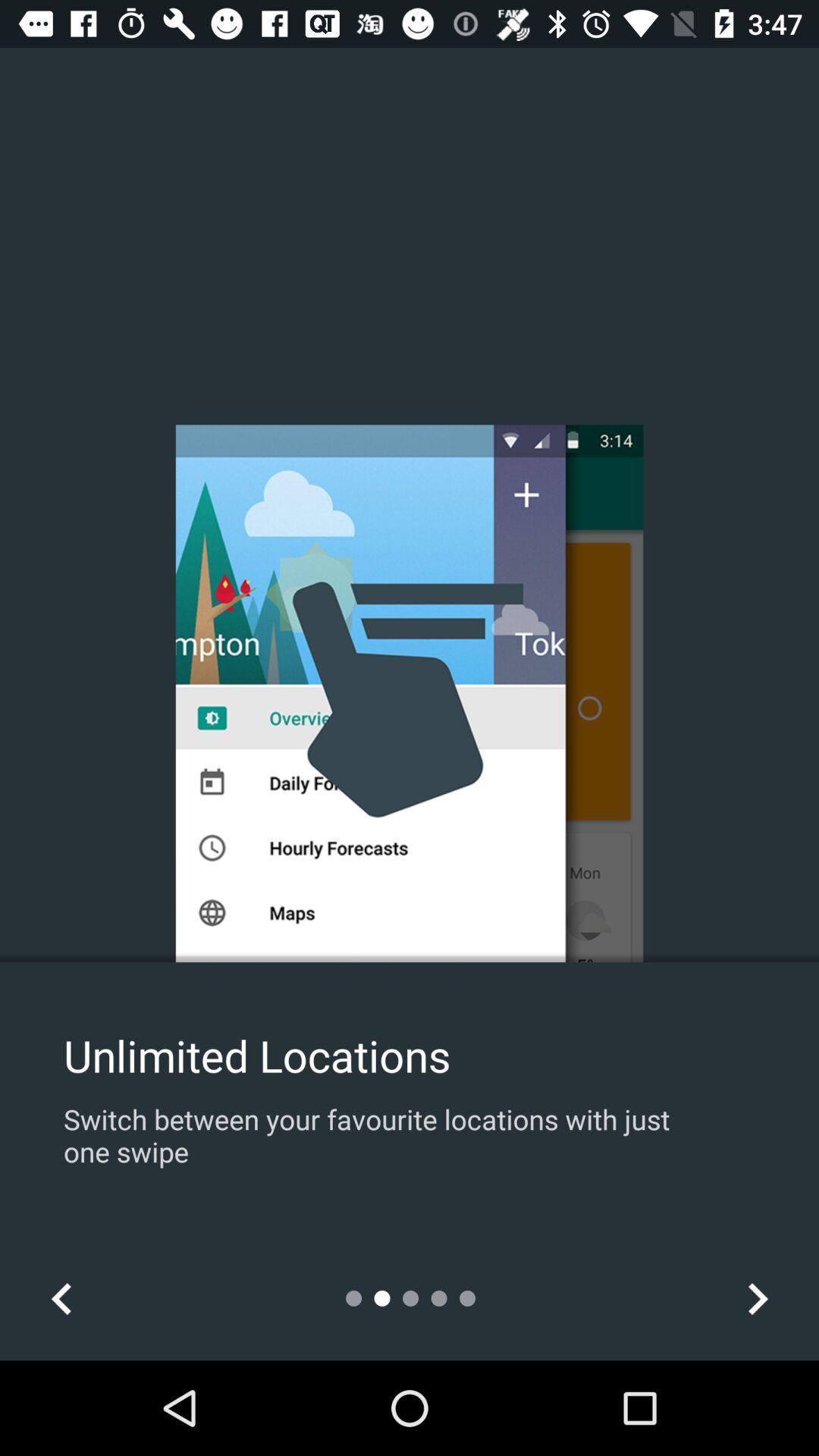 The image size is (819, 1456). Describe the element at coordinates (757, 1298) in the screenshot. I see `icon at the bottom right corner` at that location.